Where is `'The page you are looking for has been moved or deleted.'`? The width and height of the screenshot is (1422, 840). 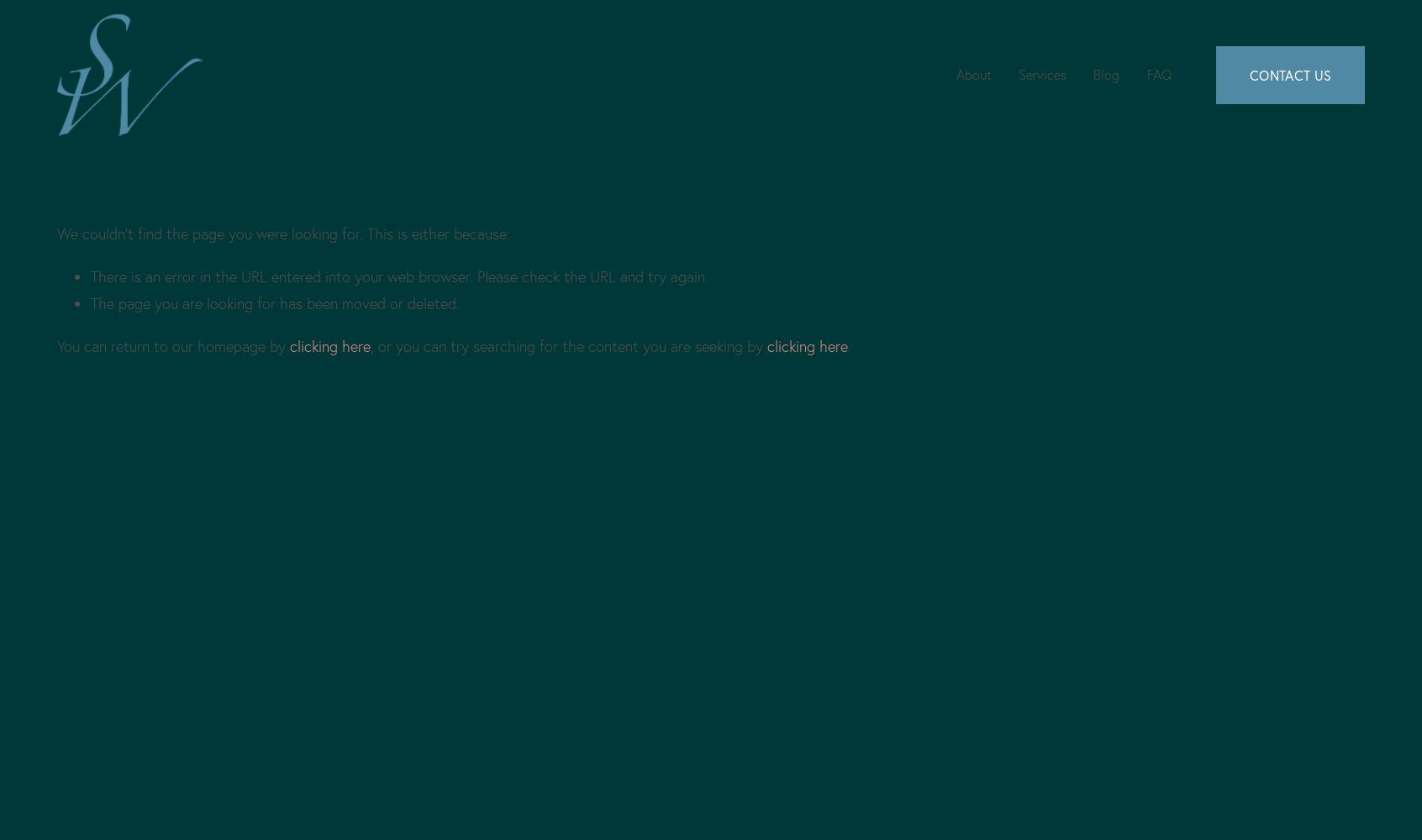 'The page you are looking for has been moved or deleted.' is located at coordinates (273, 302).